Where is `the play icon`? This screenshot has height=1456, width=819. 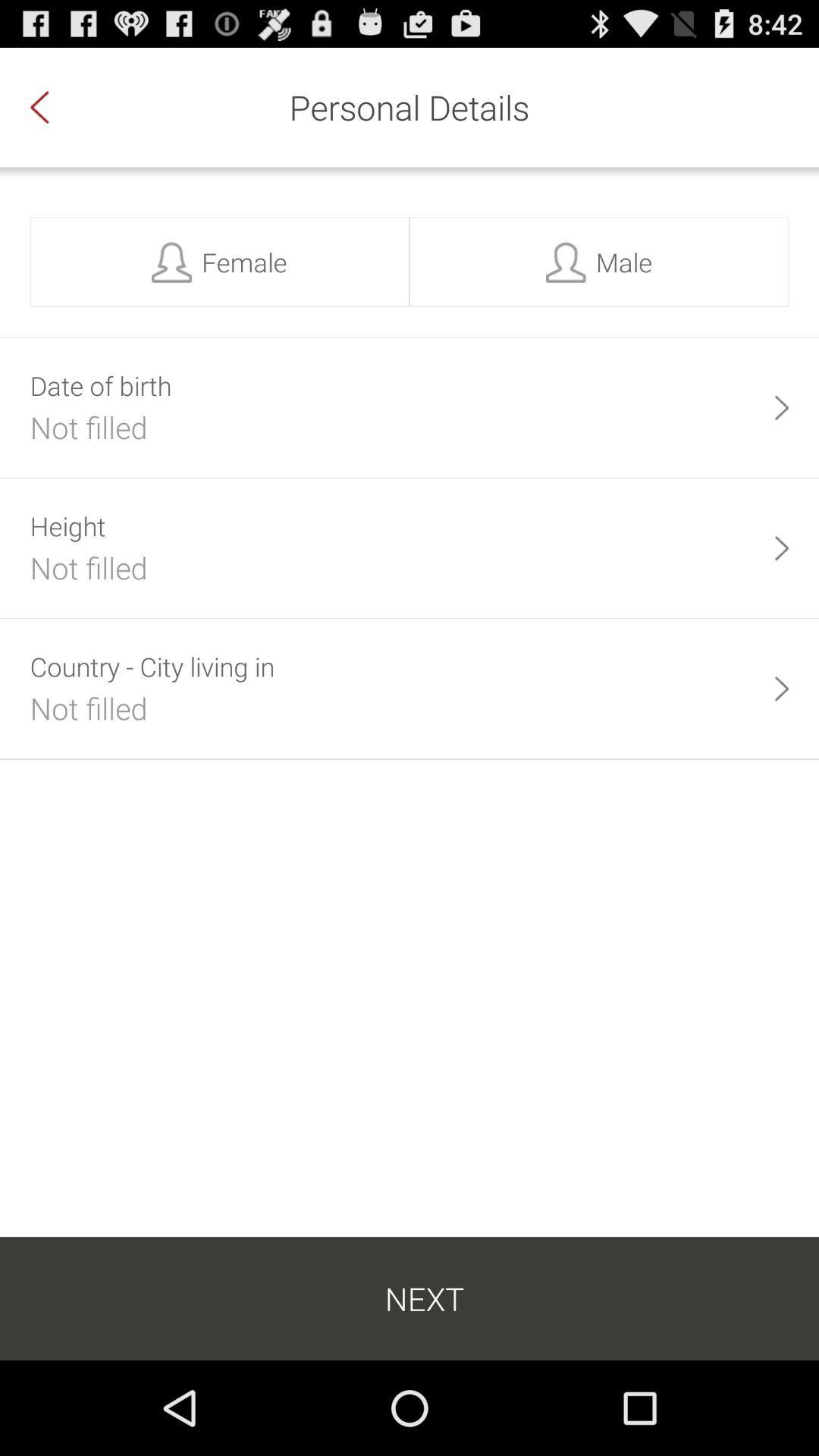
the play icon is located at coordinates (781, 737).